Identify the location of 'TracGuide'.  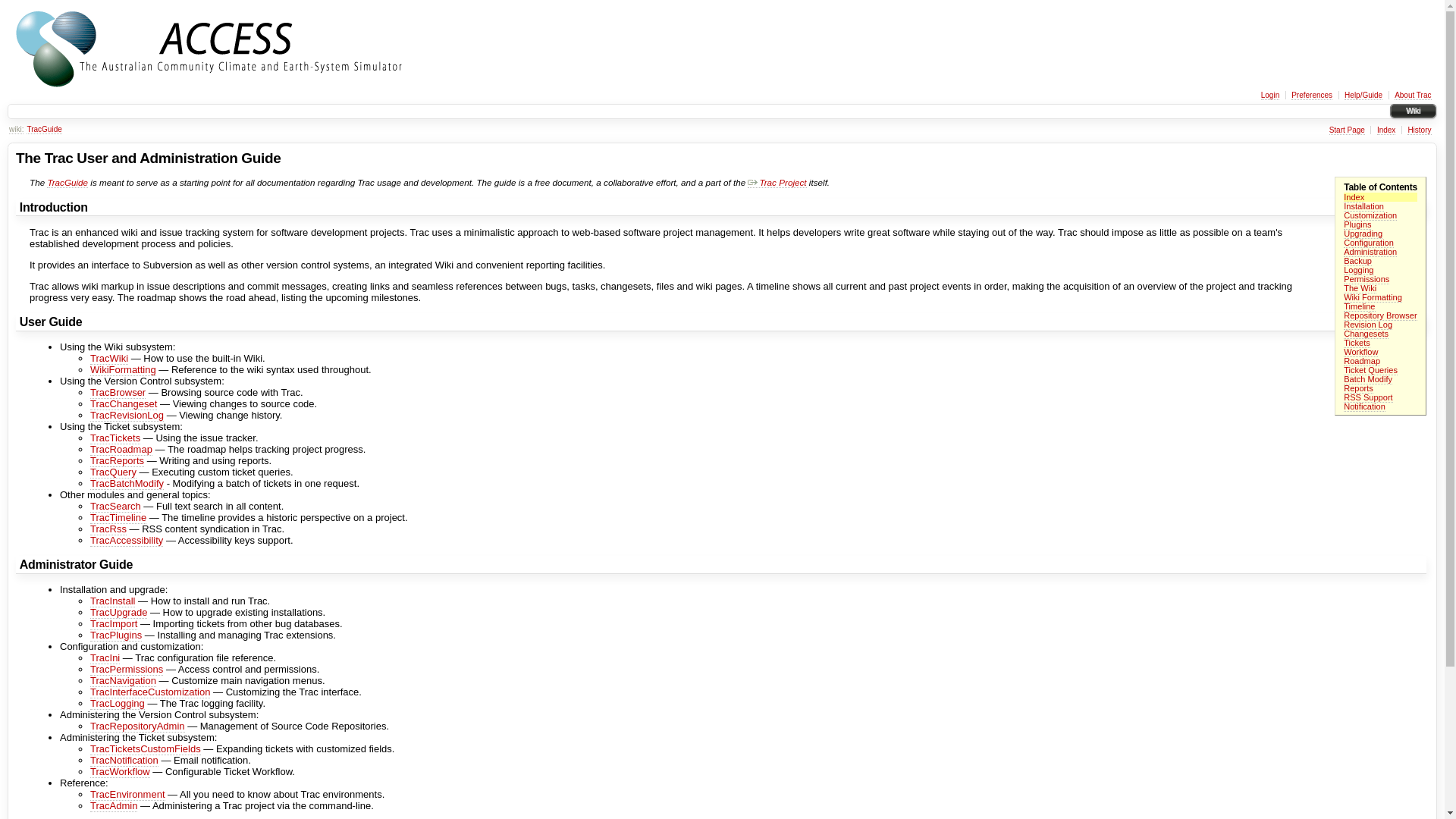
(26, 128).